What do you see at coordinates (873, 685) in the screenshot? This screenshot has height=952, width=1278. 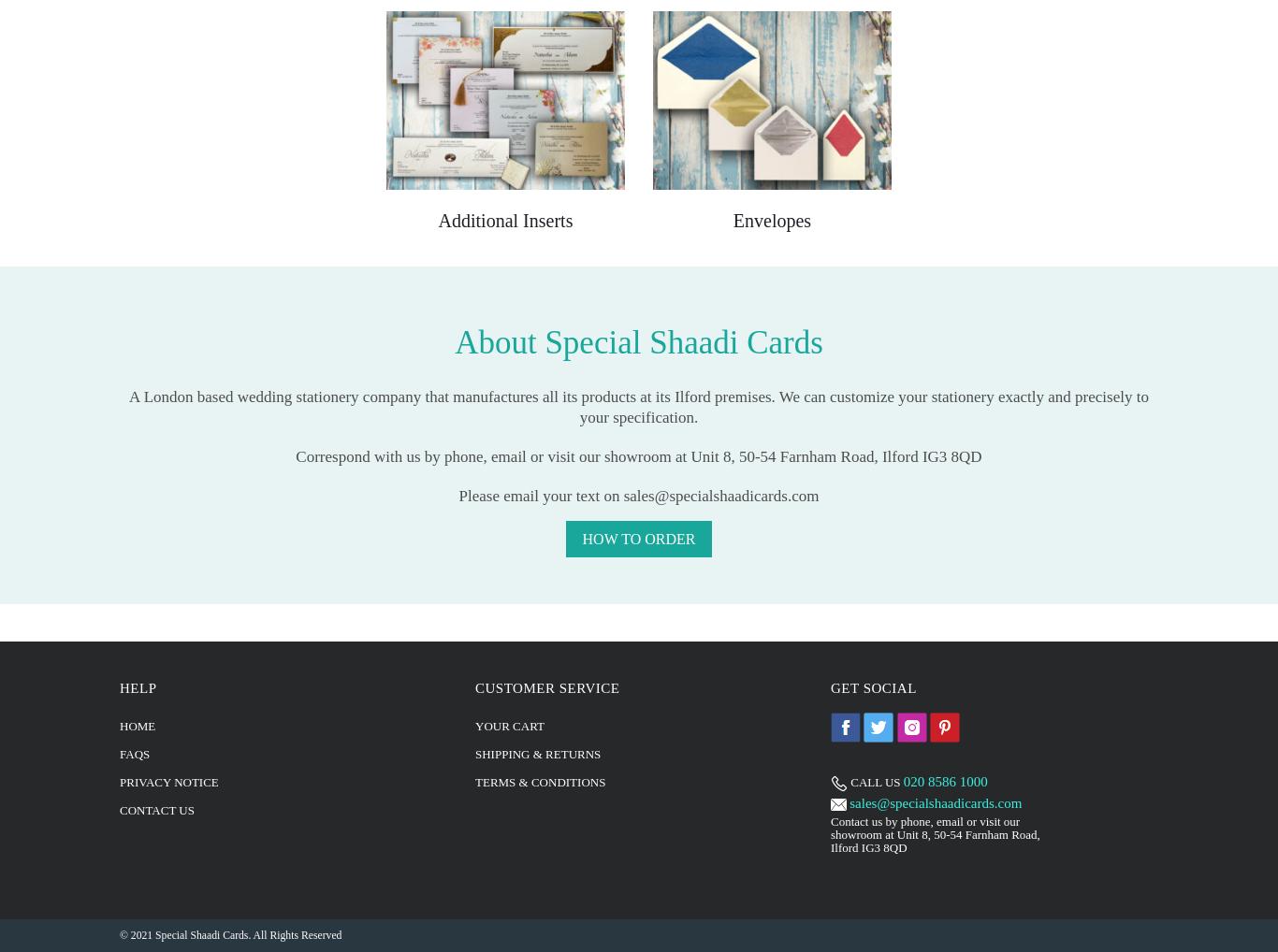 I see `'Get Social'` at bounding box center [873, 685].